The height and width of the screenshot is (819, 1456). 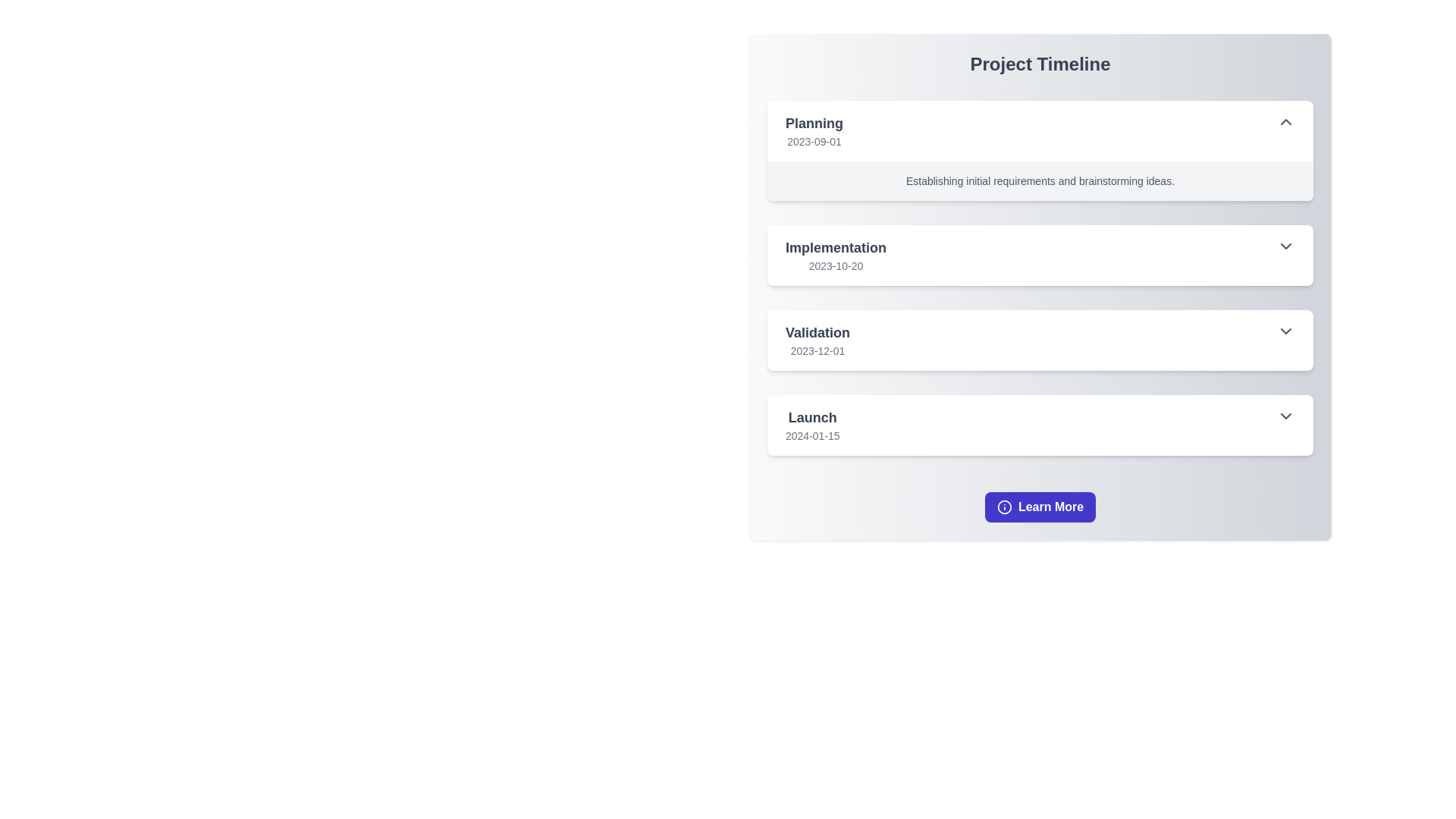 What do you see at coordinates (1040, 507) in the screenshot?
I see `the centrally positioned call-to-action button located near the bottom of the interface to change its style` at bounding box center [1040, 507].